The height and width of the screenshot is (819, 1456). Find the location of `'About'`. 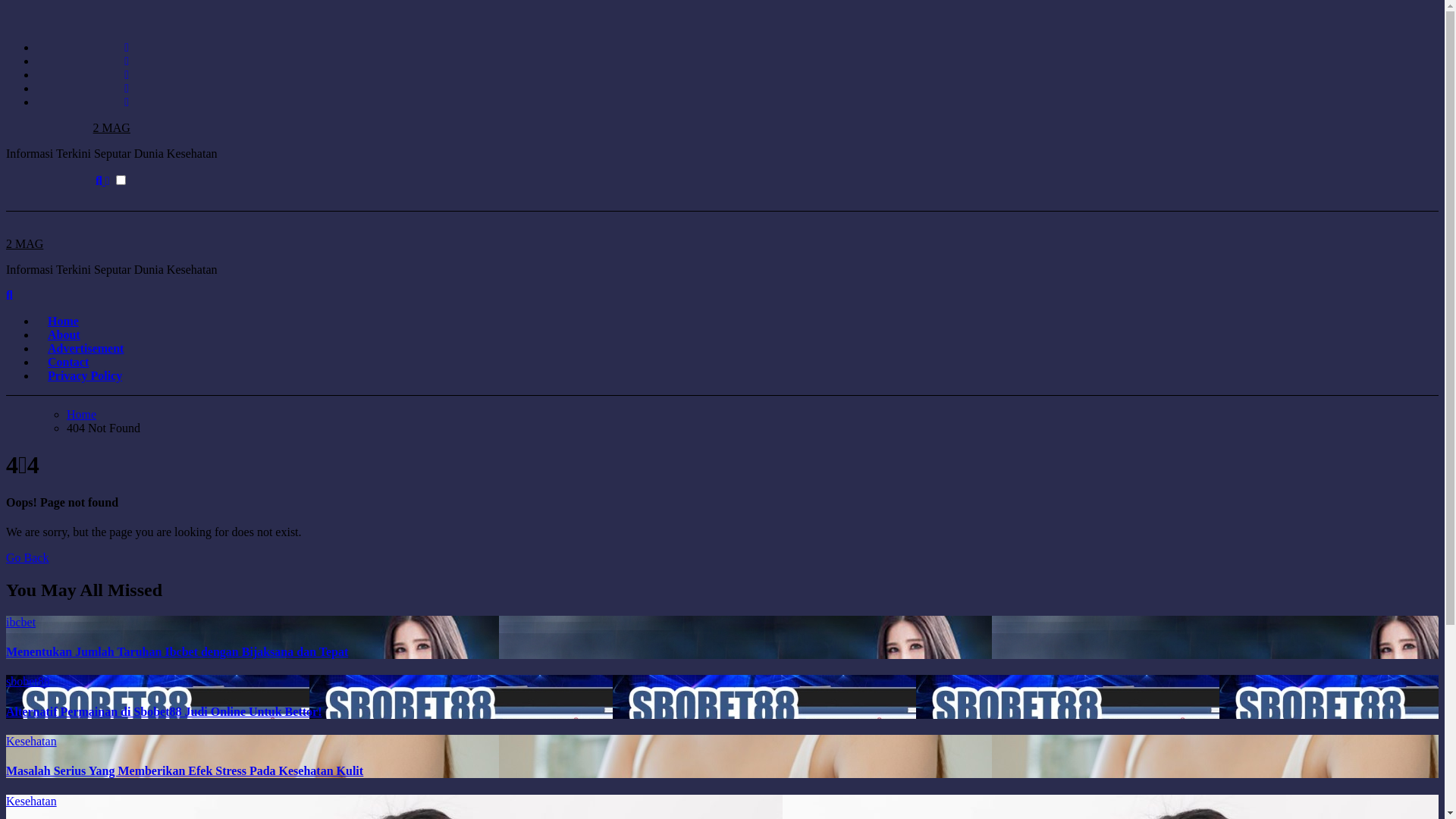

'About' is located at coordinates (63, 334).